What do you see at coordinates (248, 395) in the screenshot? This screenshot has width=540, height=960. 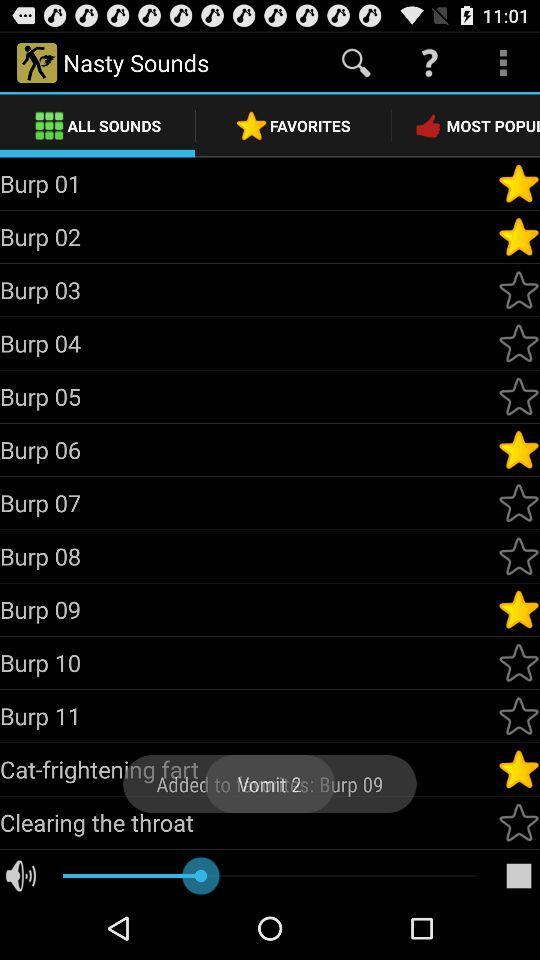 I see `burp 05` at bounding box center [248, 395].